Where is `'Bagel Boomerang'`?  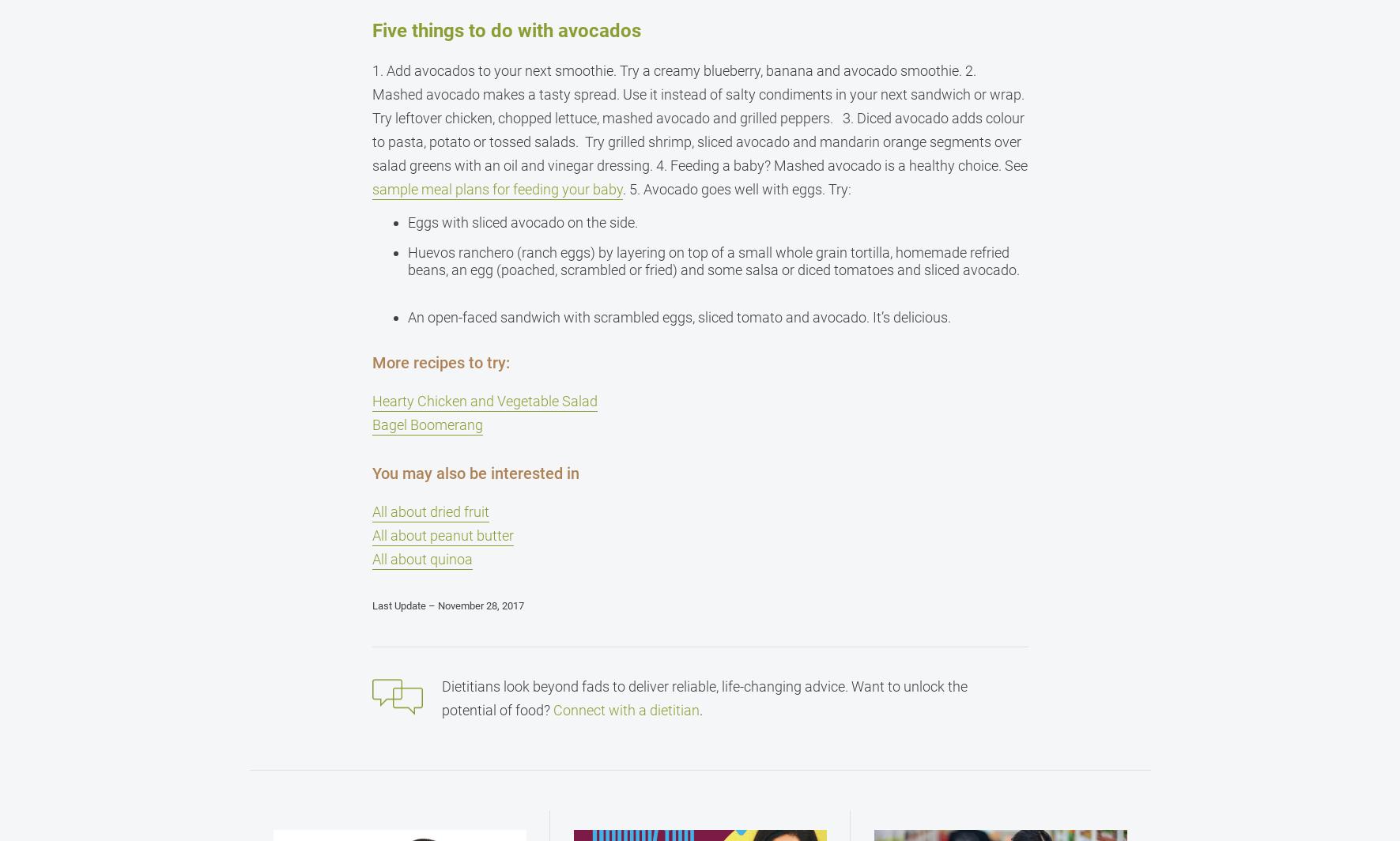
'Bagel Boomerang' is located at coordinates (425, 424).